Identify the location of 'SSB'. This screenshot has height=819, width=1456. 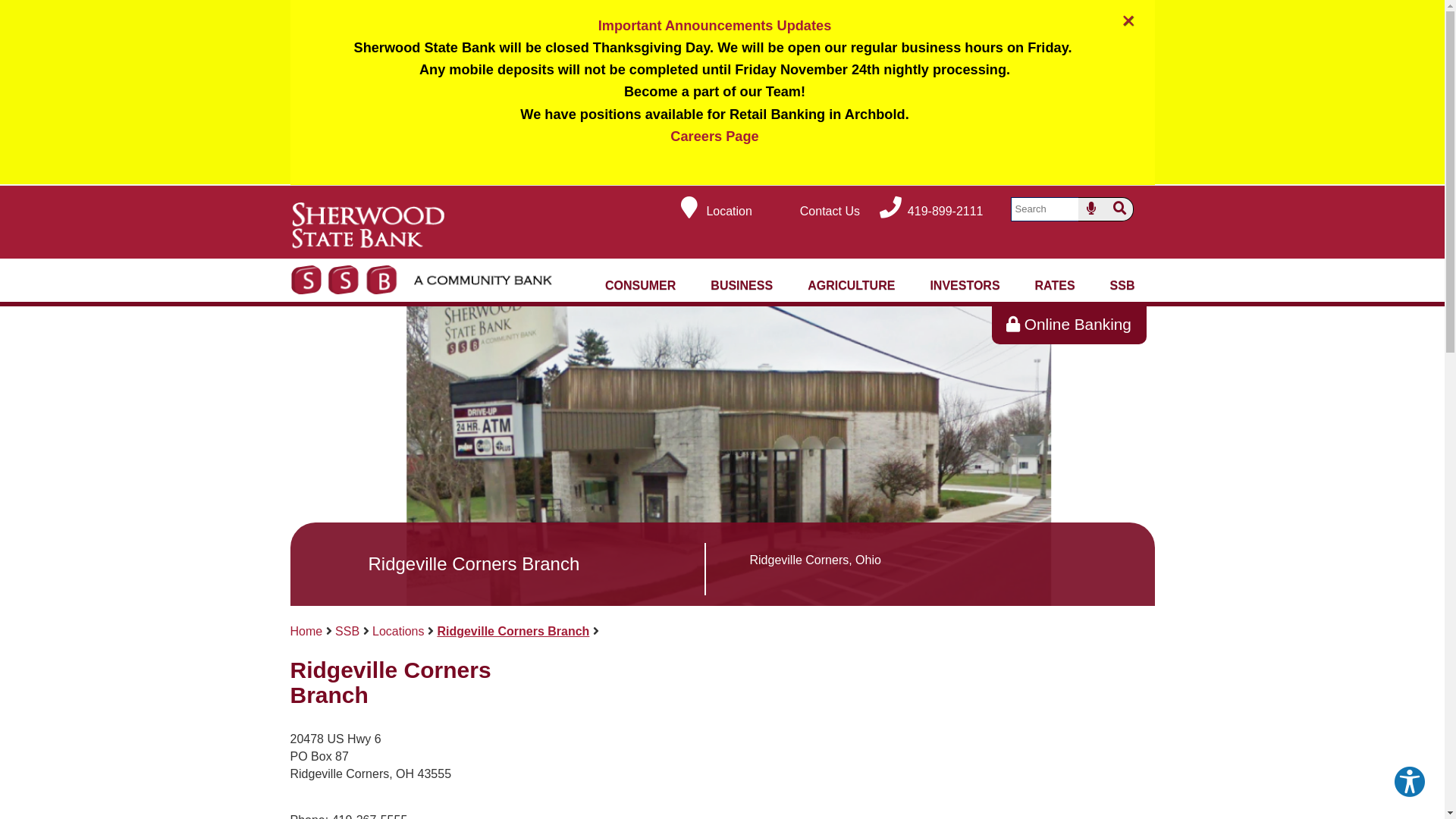
(346, 631).